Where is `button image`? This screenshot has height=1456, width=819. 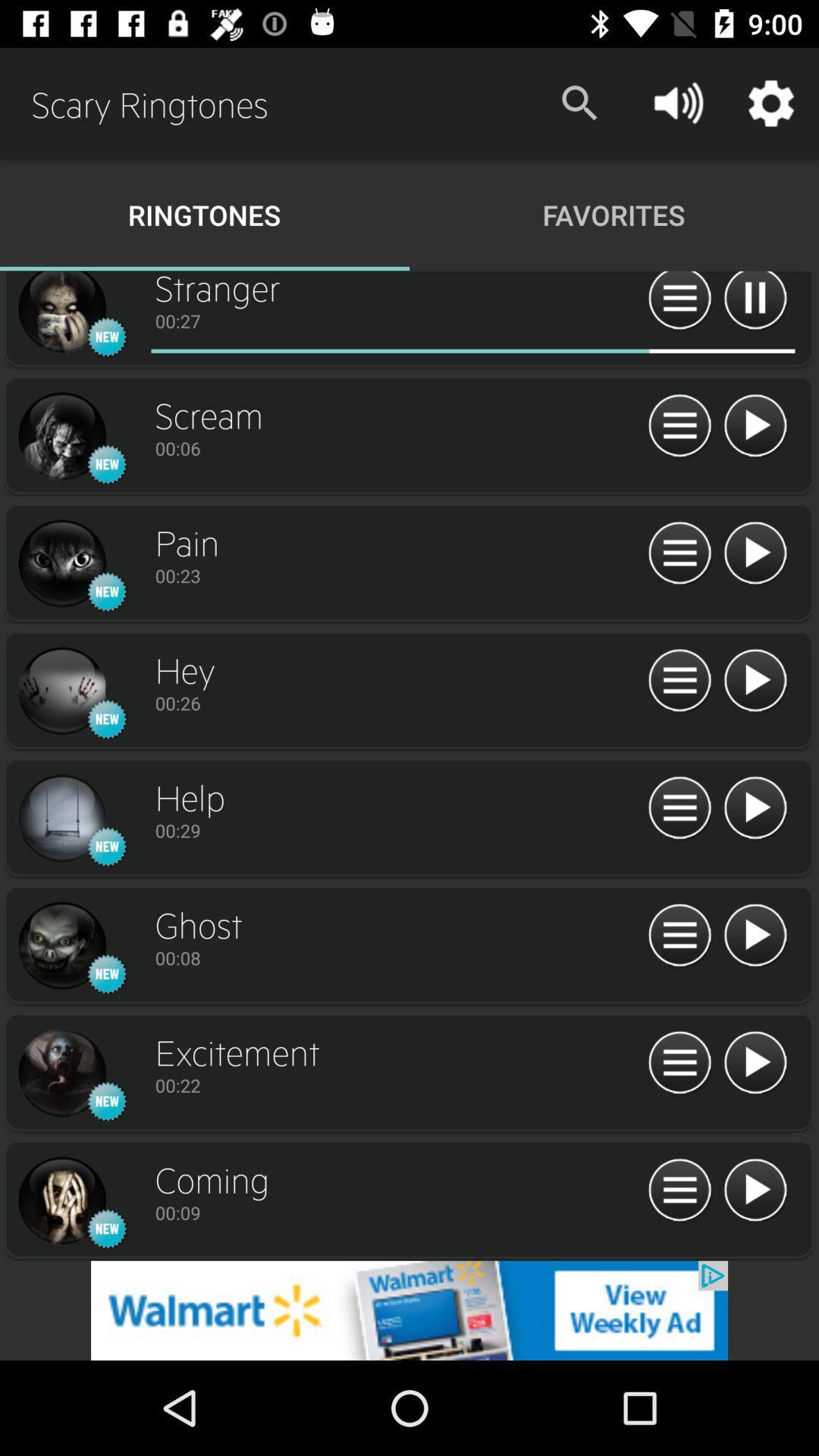 button image is located at coordinates (679, 1190).